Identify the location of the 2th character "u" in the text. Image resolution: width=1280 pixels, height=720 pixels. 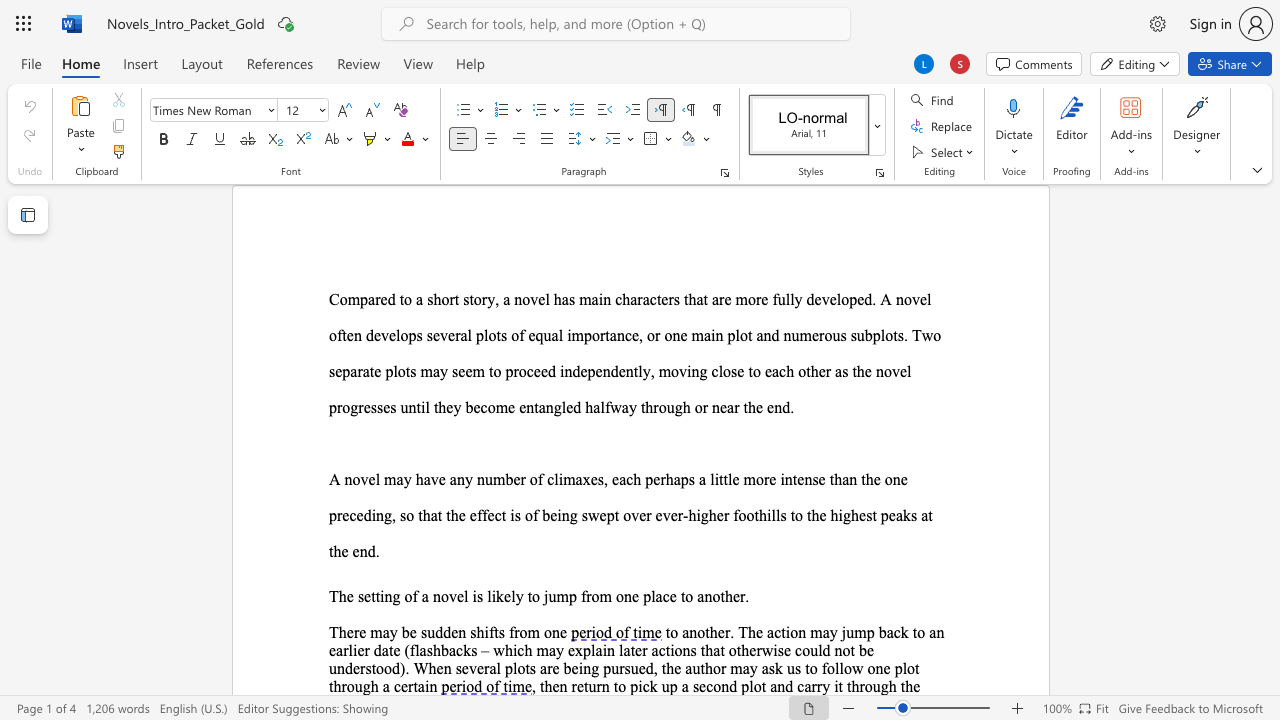
(814, 650).